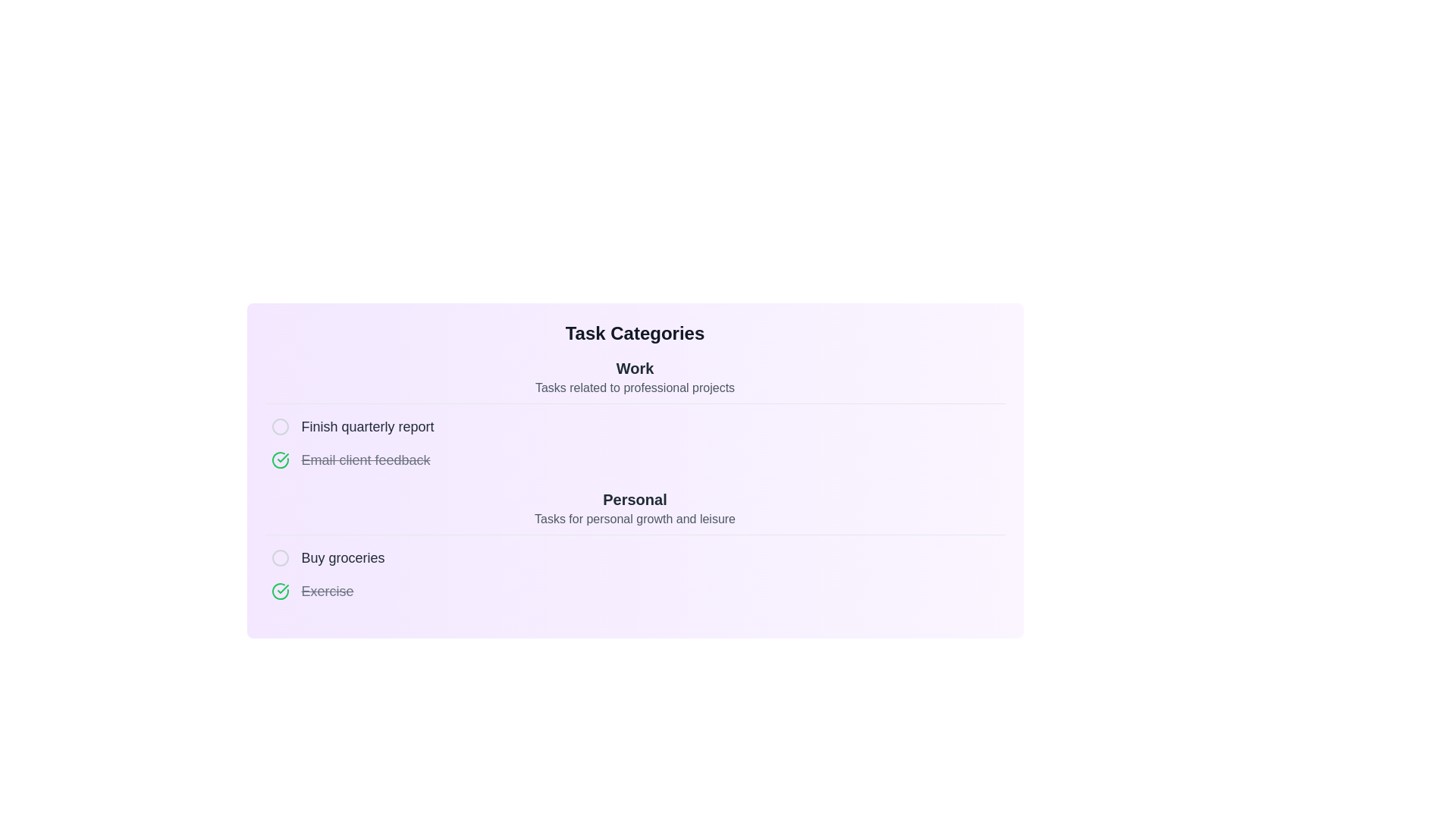  Describe the element at coordinates (366, 459) in the screenshot. I see `the Text label that displays the name of a completed task, indicated by a strikethrough, which is located within a task item group following an interactive checkbox` at that location.